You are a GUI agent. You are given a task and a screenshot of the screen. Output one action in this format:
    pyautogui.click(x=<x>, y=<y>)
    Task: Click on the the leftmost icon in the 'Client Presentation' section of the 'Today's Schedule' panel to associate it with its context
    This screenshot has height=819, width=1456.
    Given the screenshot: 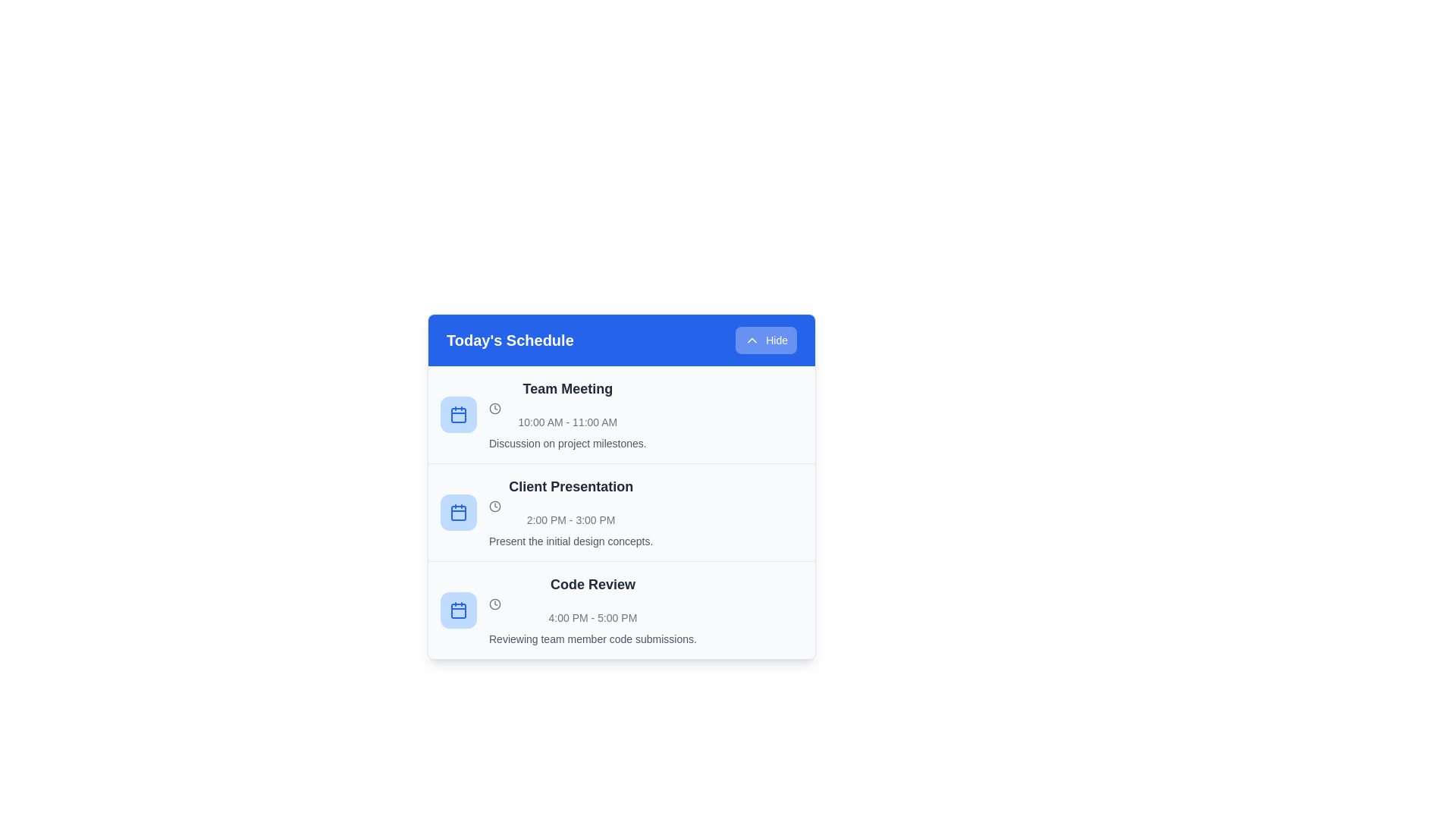 What is the action you would take?
    pyautogui.click(x=457, y=512)
    